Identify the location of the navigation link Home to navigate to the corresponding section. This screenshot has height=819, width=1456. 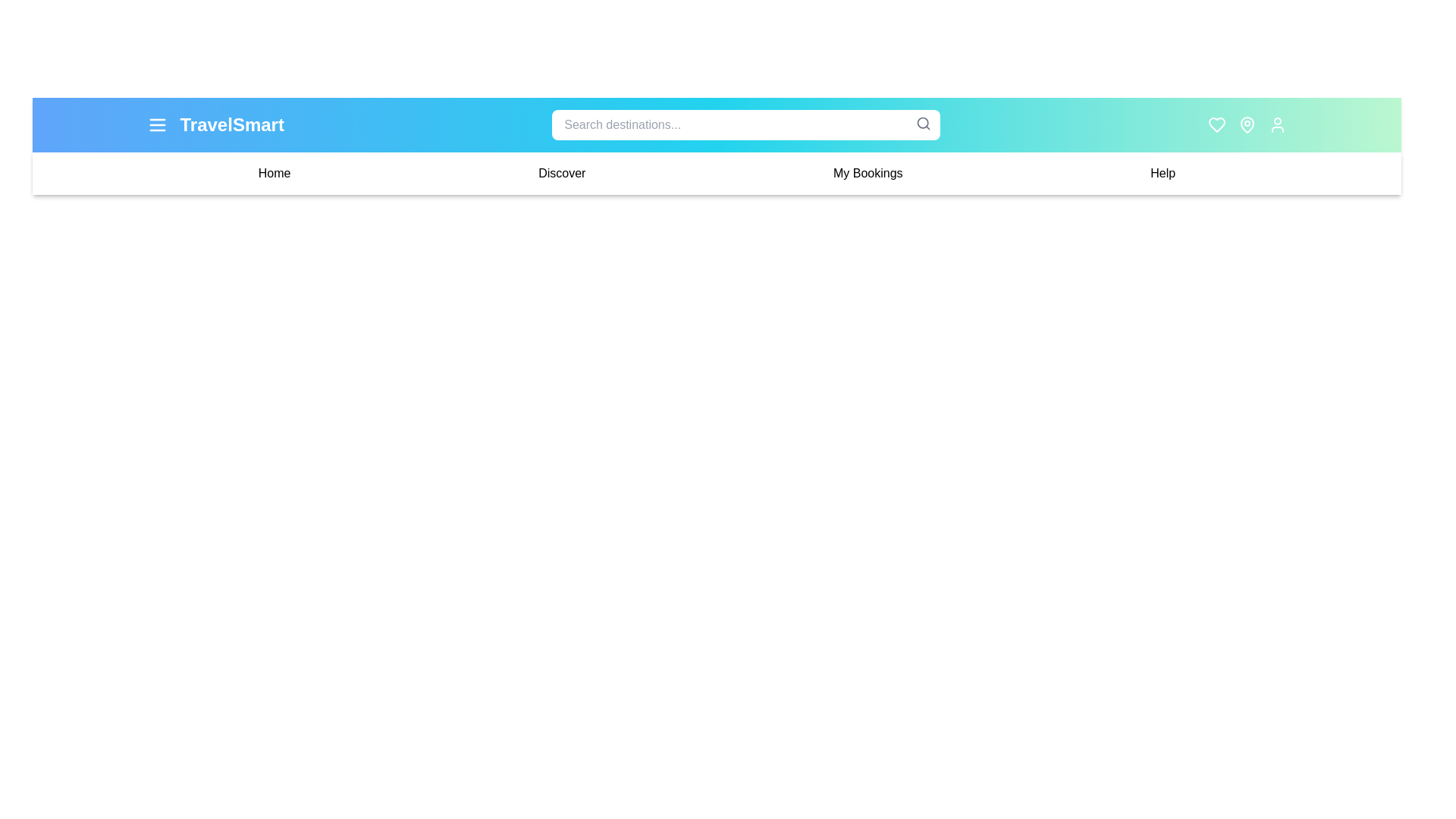
(275, 172).